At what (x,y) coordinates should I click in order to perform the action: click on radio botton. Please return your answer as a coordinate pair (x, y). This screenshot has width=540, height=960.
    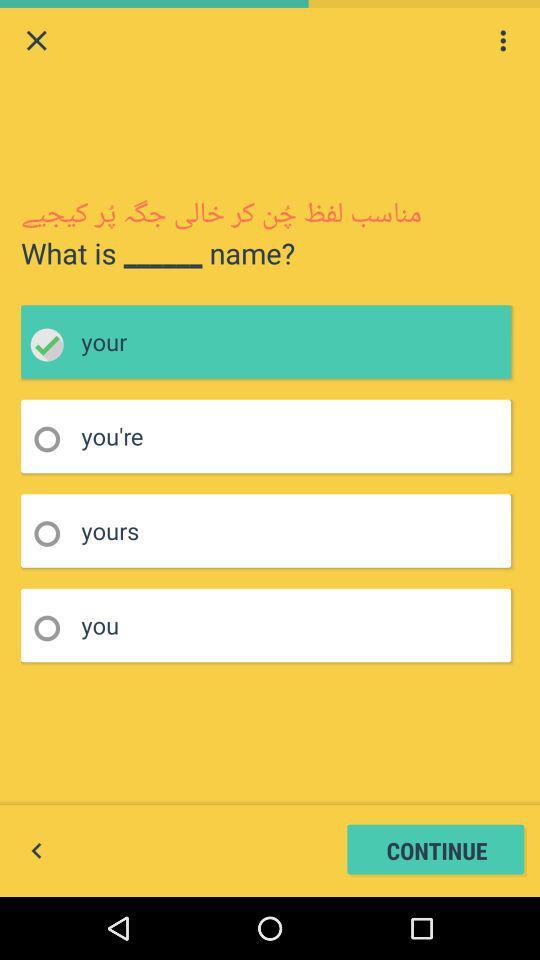
    Looking at the image, I should click on (53, 439).